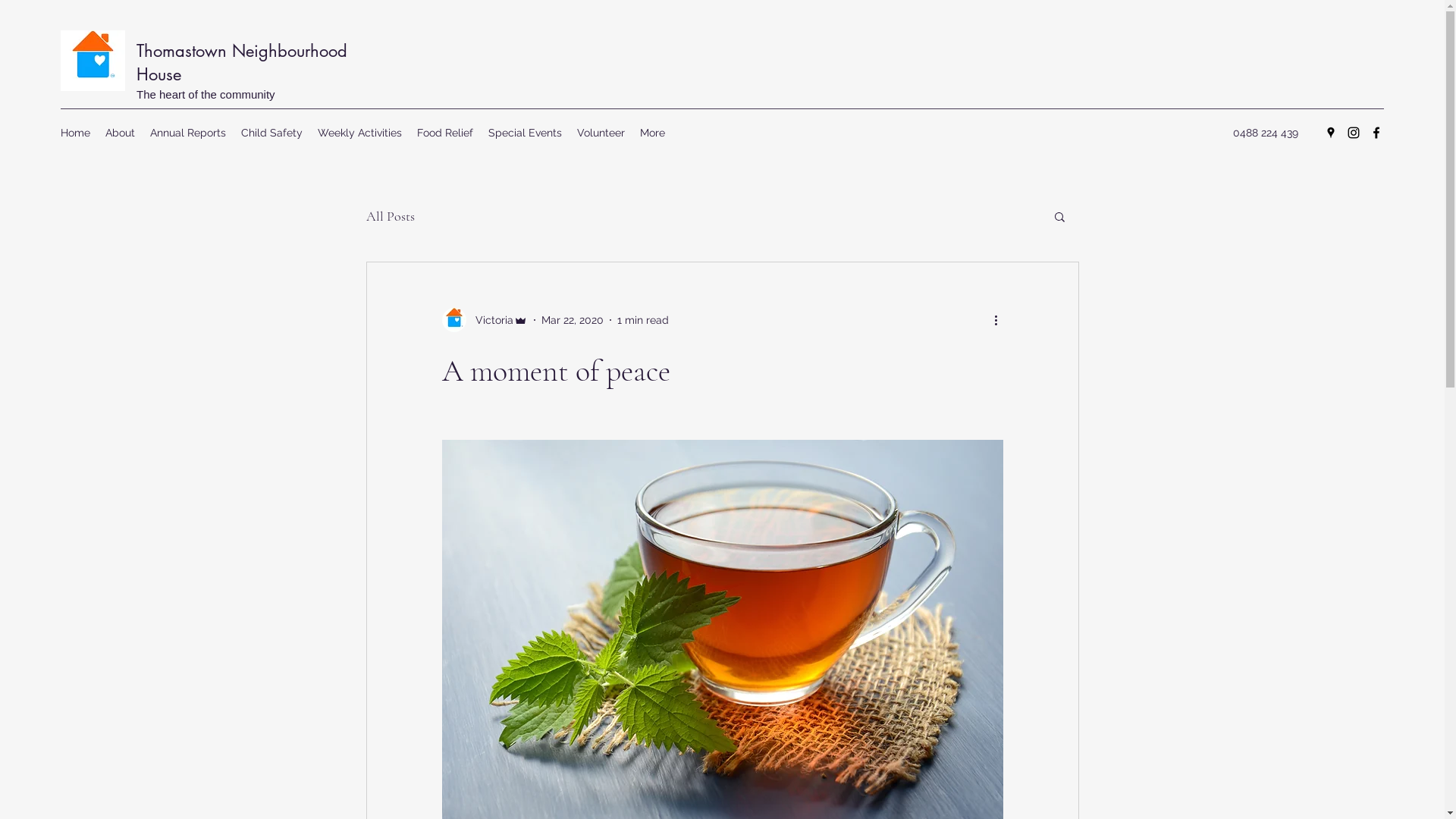 The height and width of the screenshot is (819, 1456). I want to click on 'Home', so click(74, 131).